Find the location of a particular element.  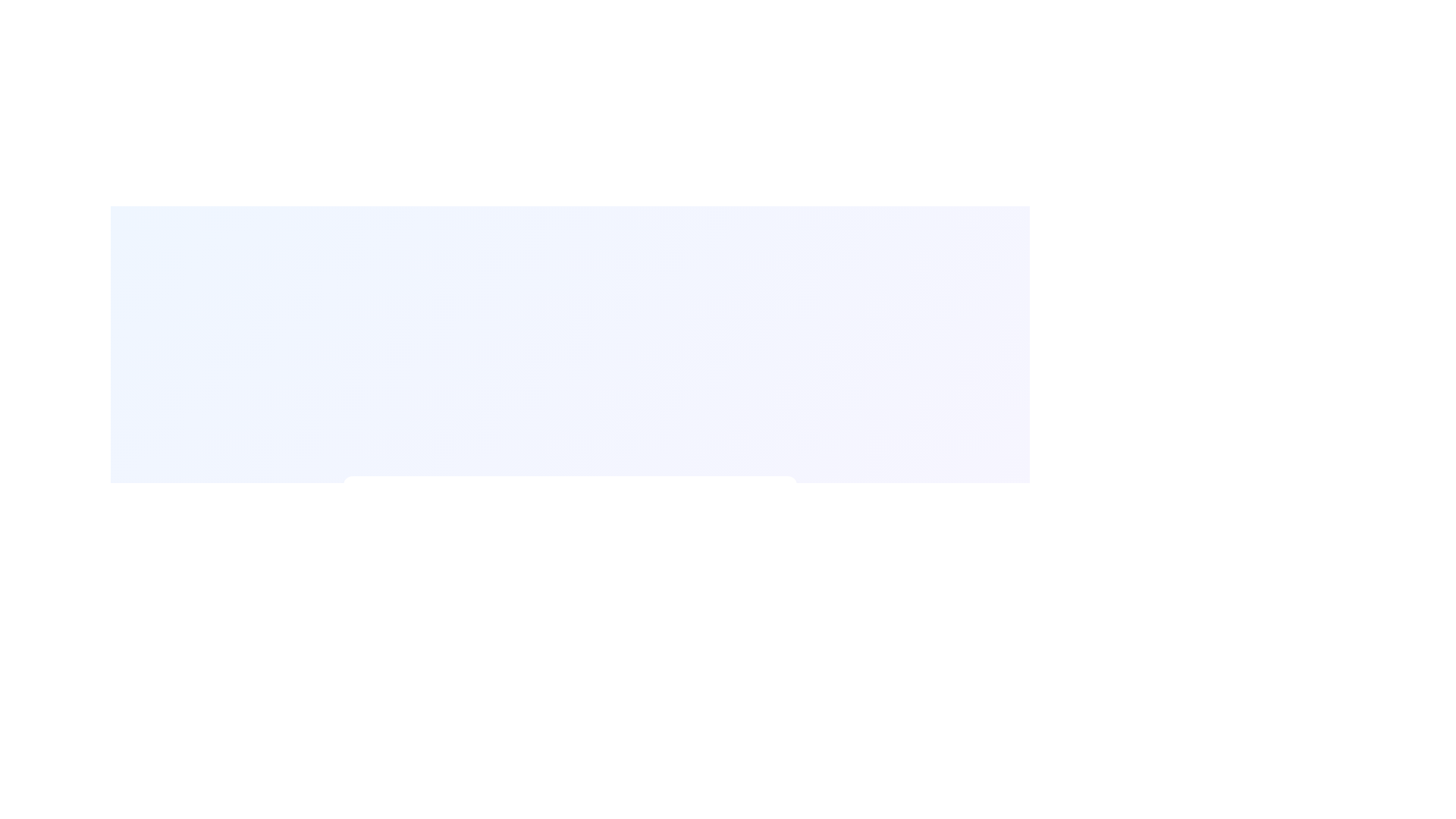

the central circular graphical element styled in green within the SVG representation is located at coordinates (386, 520).